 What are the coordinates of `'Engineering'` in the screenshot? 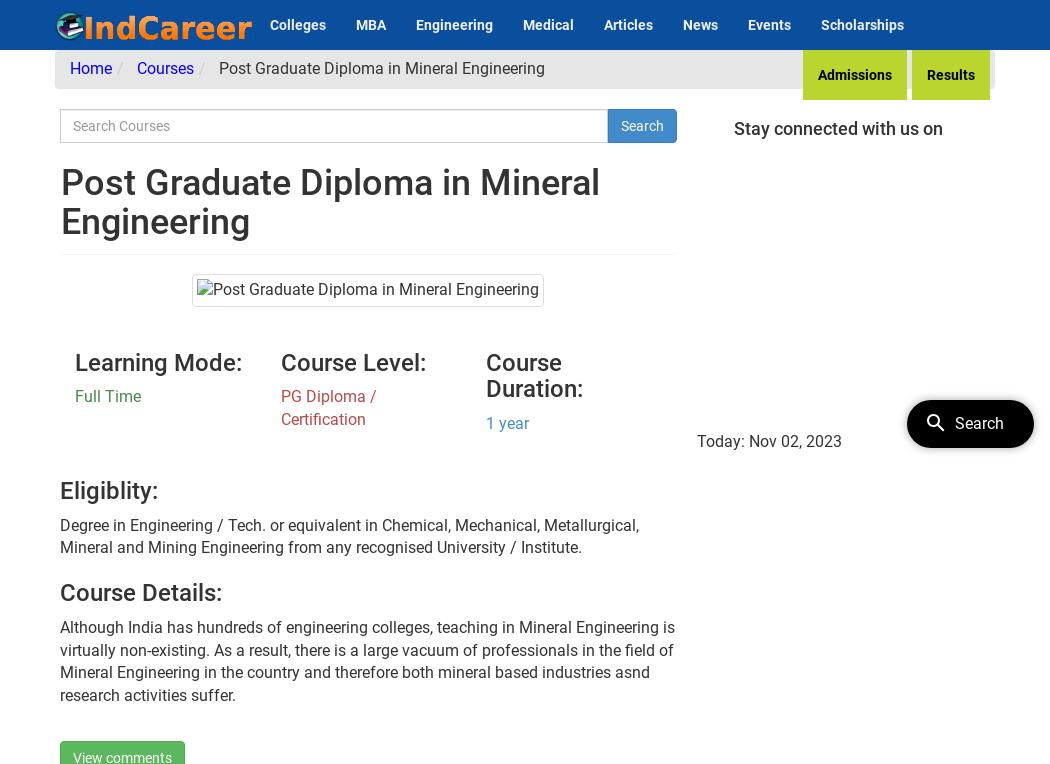 It's located at (415, 23).